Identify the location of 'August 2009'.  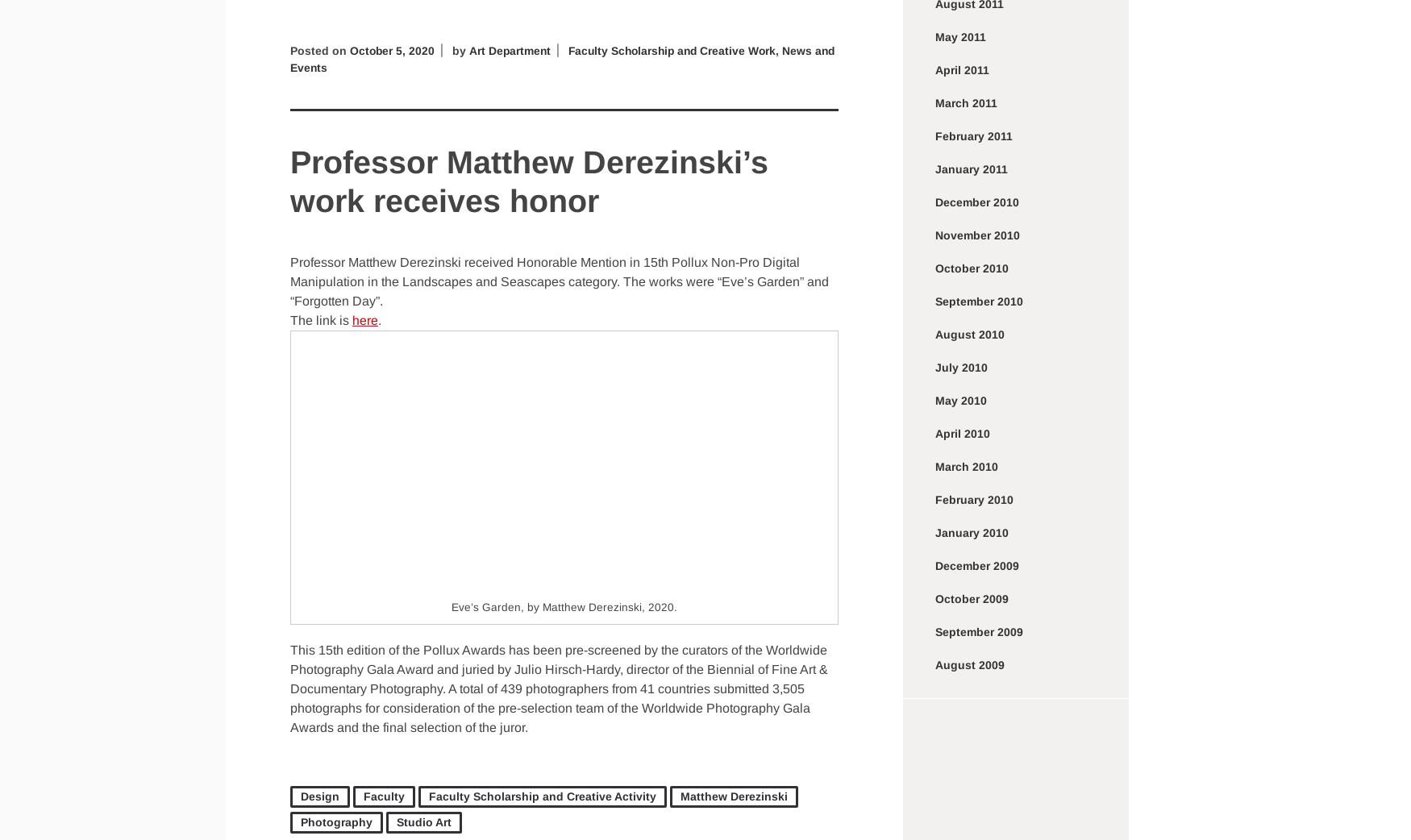
(969, 664).